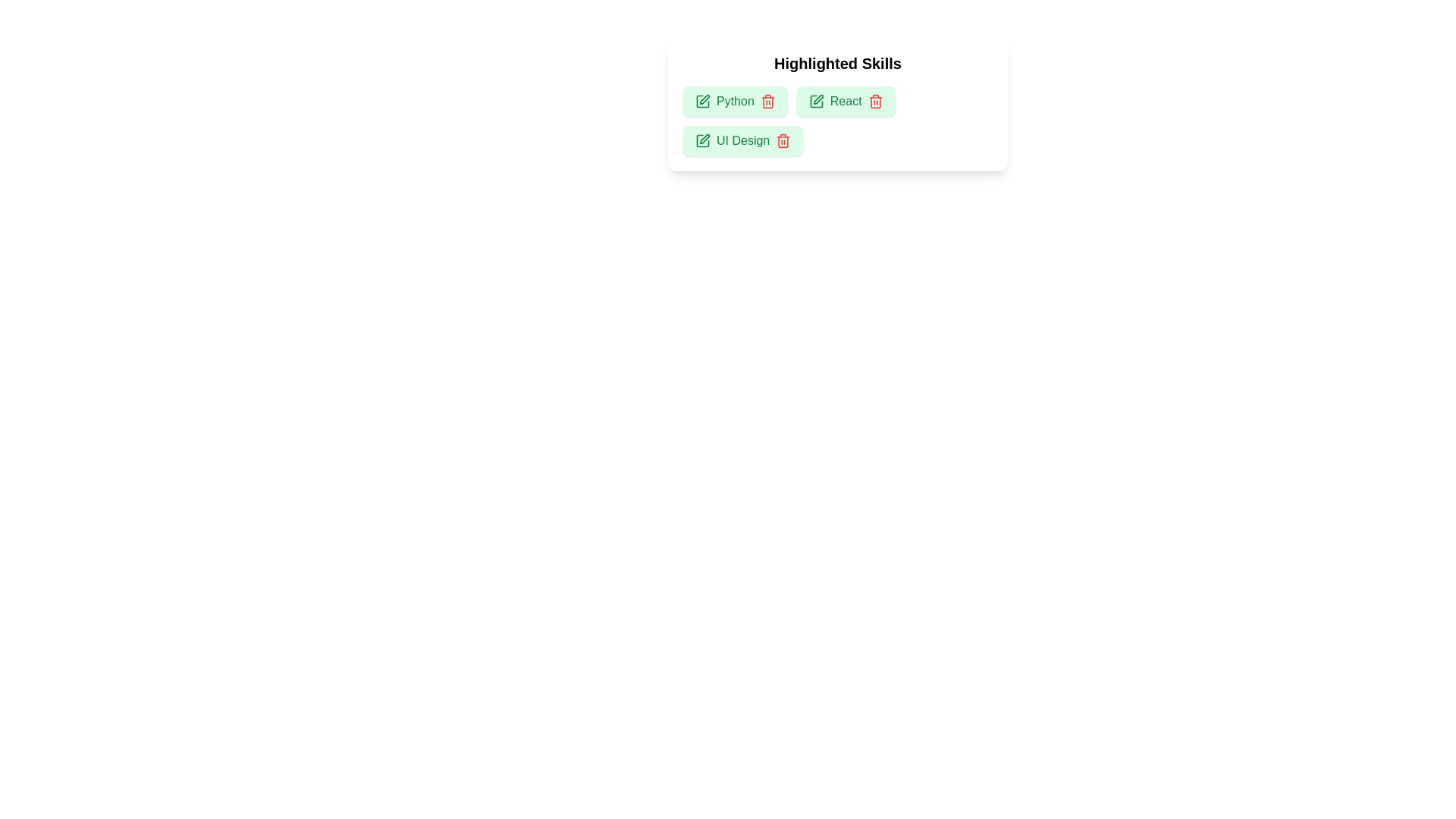 The image size is (1456, 819). I want to click on edit icon next to the skill Python to initiate editing, so click(701, 102).